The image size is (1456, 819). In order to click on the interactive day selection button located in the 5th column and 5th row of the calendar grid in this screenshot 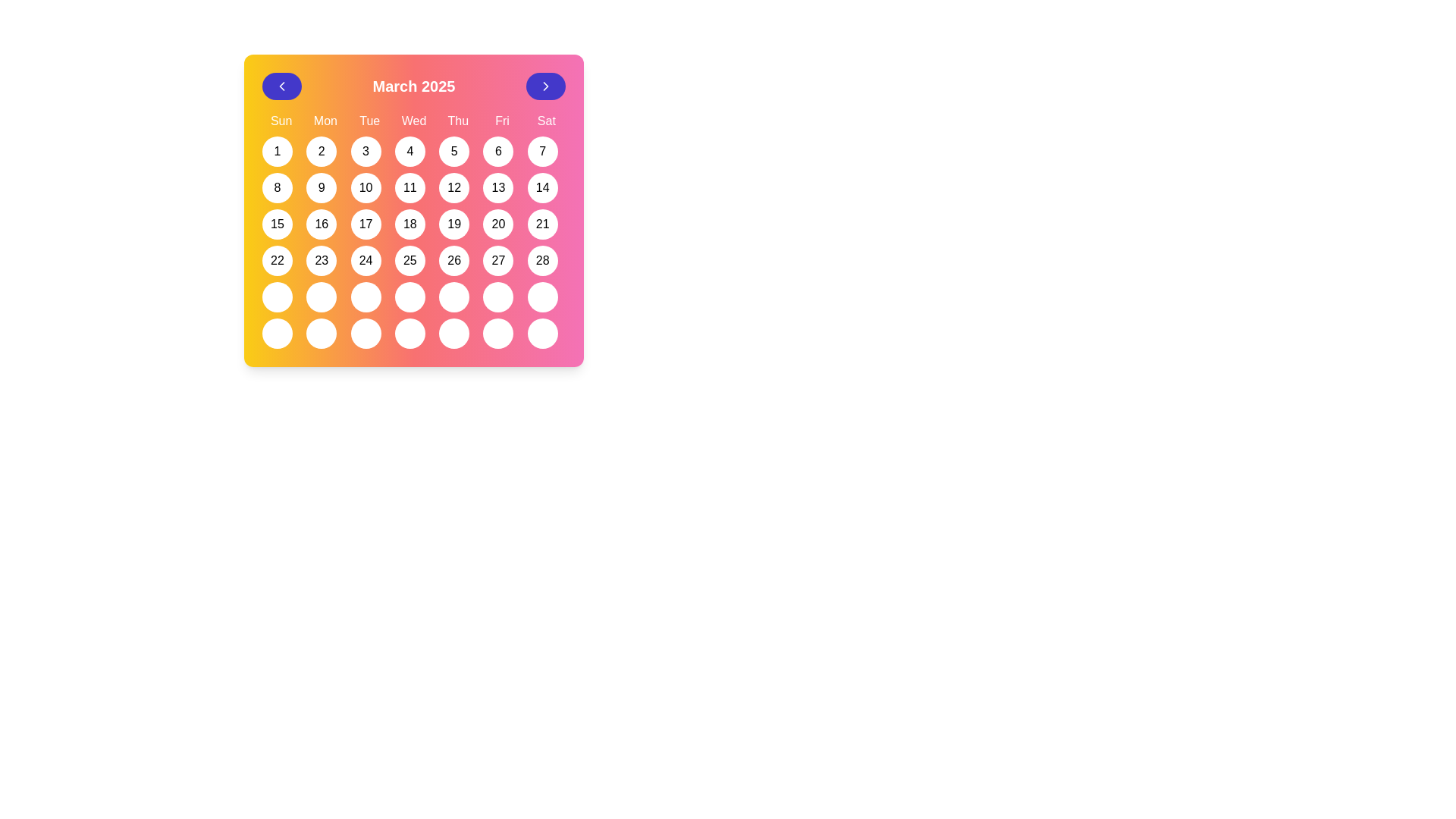, I will do `click(453, 297)`.